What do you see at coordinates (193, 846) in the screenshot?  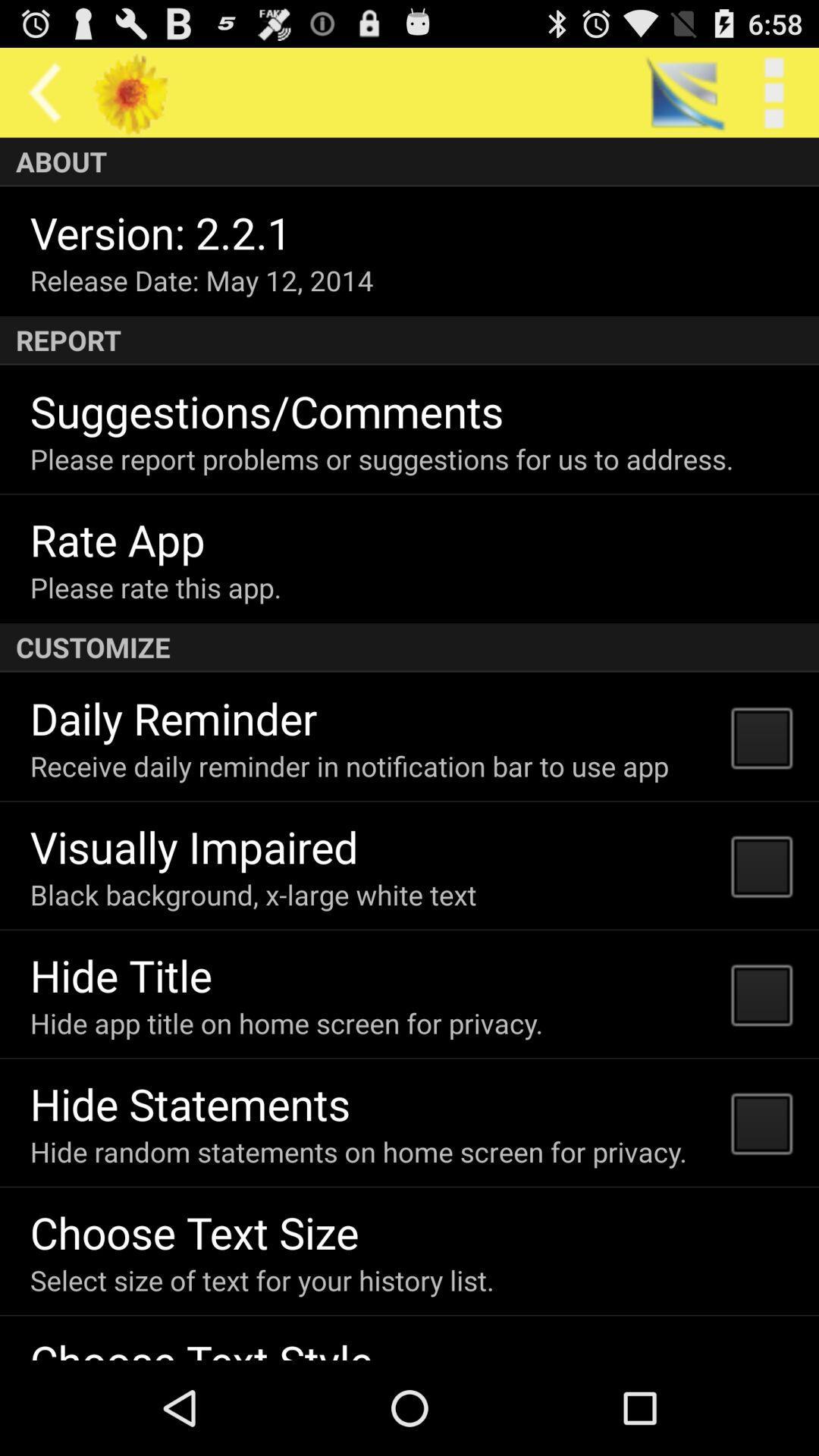 I see `visually impaired` at bounding box center [193, 846].